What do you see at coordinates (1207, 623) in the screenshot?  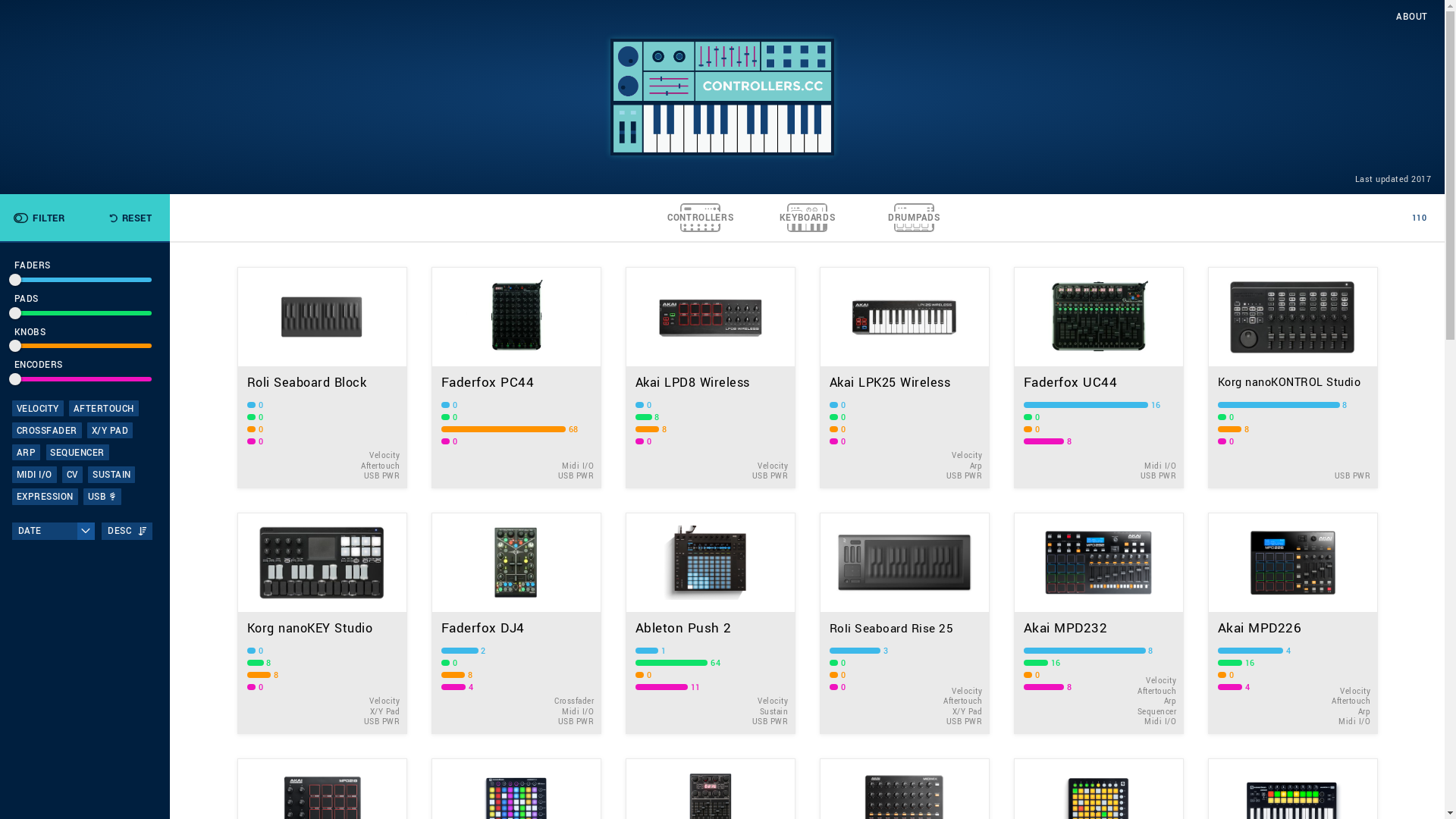 I see `'Akai MPD226` at bounding box center [1207, 623].